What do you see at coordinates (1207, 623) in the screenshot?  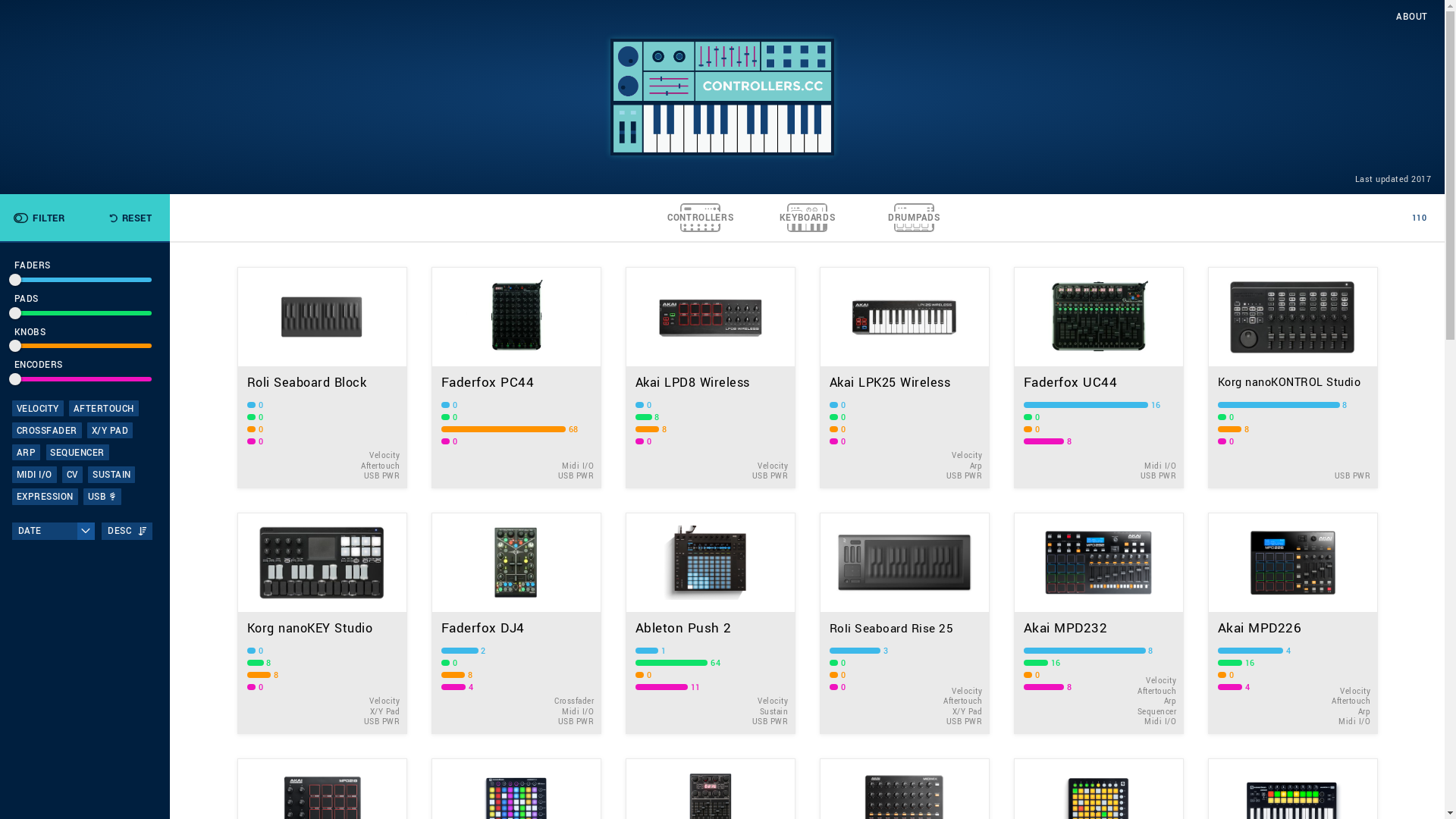 I see `'Akai MPD226` at bounding box center [1207, 623].